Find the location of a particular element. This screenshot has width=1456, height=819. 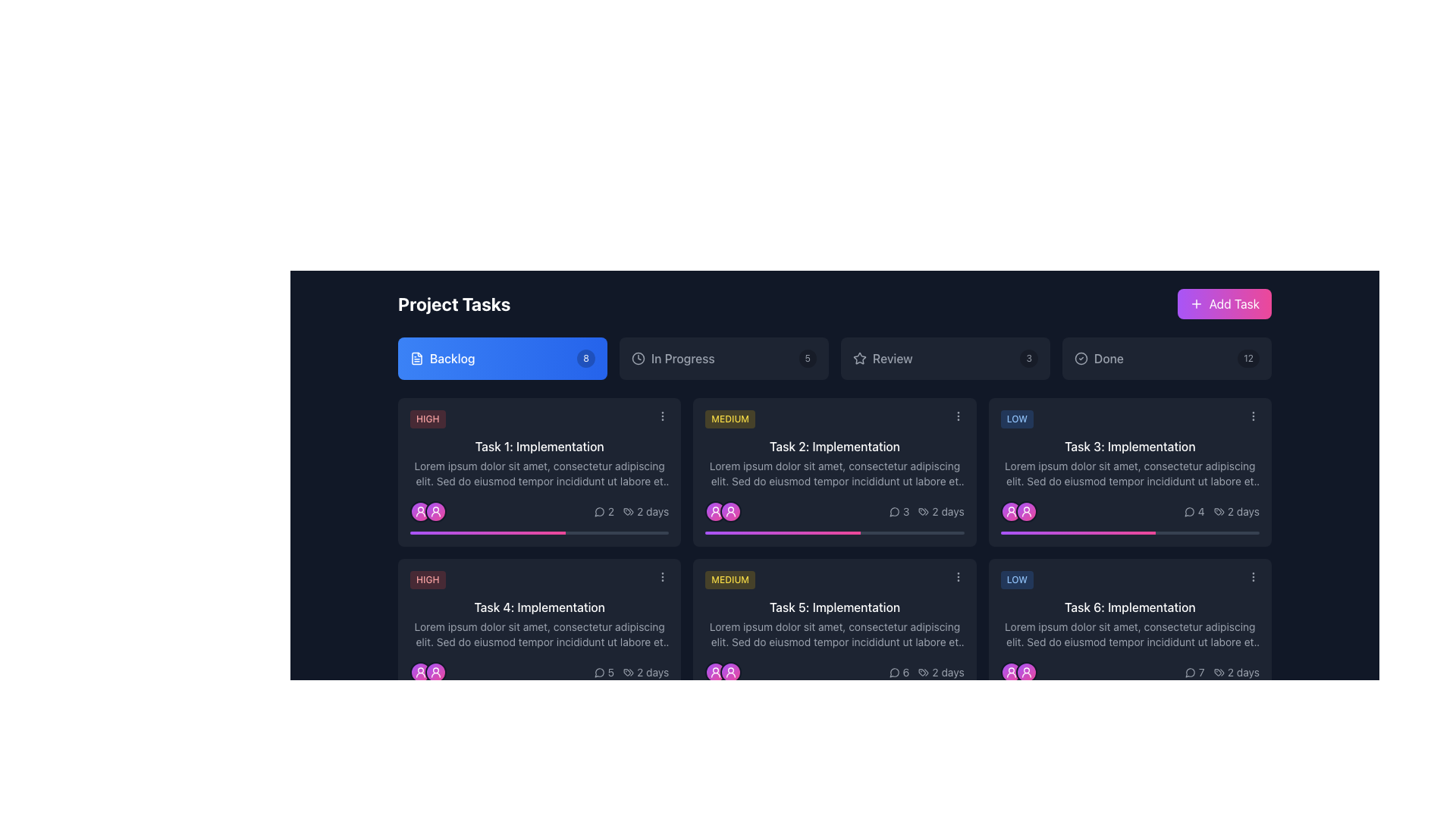

the dark gray horizontal progress bar with a gradient from purple to pink, located at the bottom of the 'Task 1: Implementation' card in the 'Backlog' section is located at coordinates (539, 532).